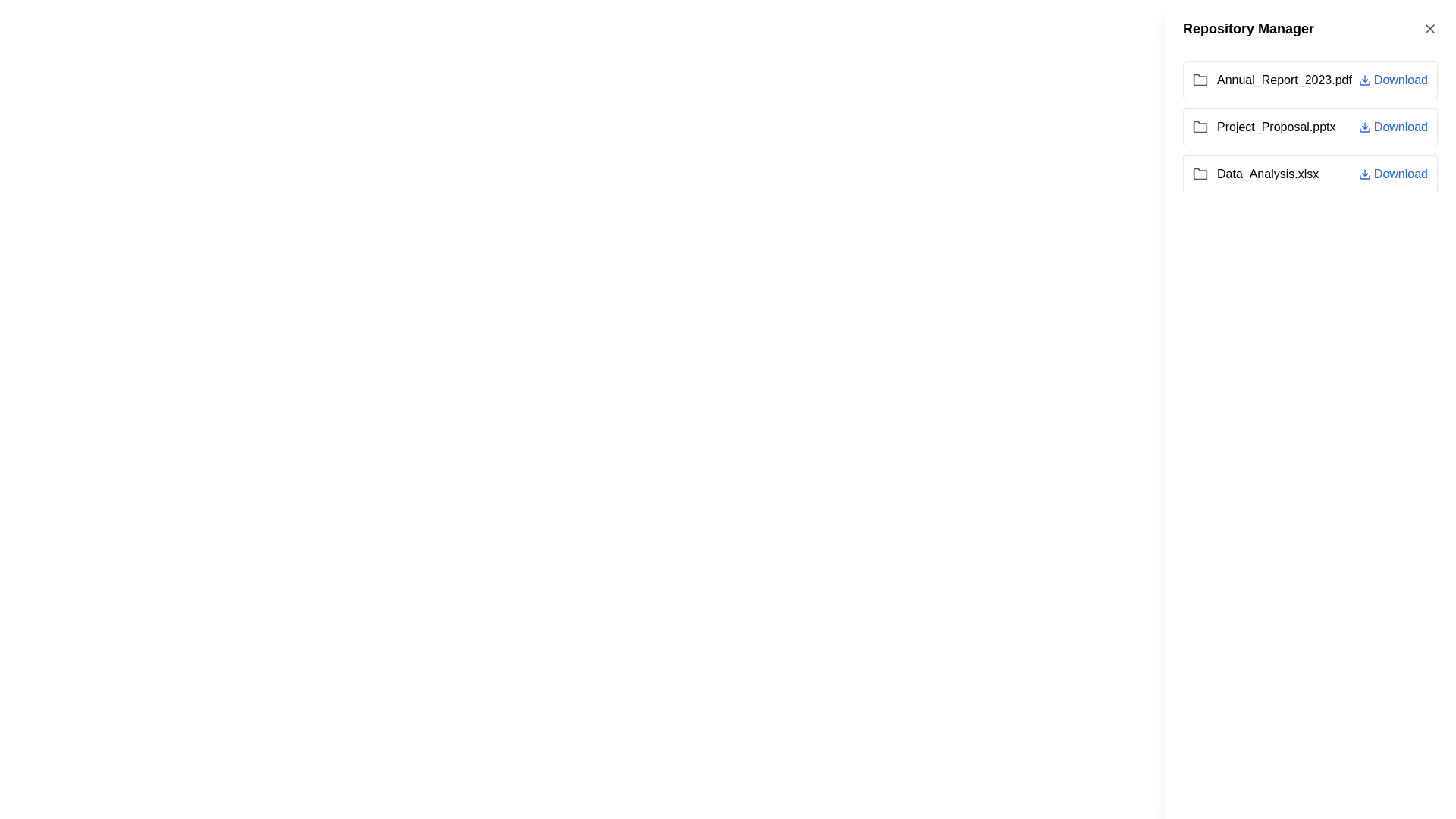  I want to click on the folder icon, which is a gray SVG shape with rounded edges, located next to the 'Project_Proposal.pptx' text, so click(1200, 79).